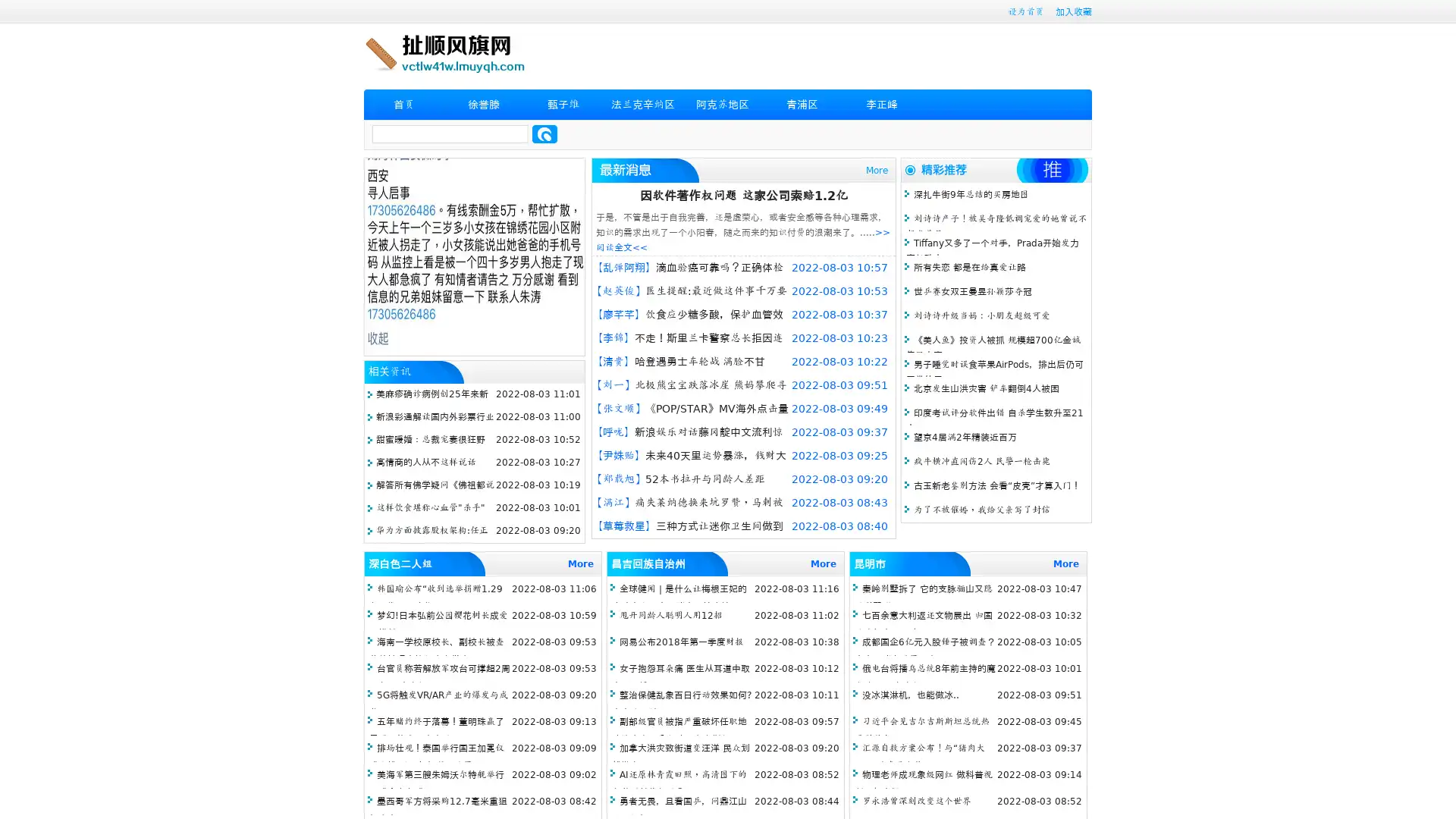 This screenshot has width=1456, height=819. Describe the element at coordinates (544, 133) in the screenshot. I see `Search` at that location.